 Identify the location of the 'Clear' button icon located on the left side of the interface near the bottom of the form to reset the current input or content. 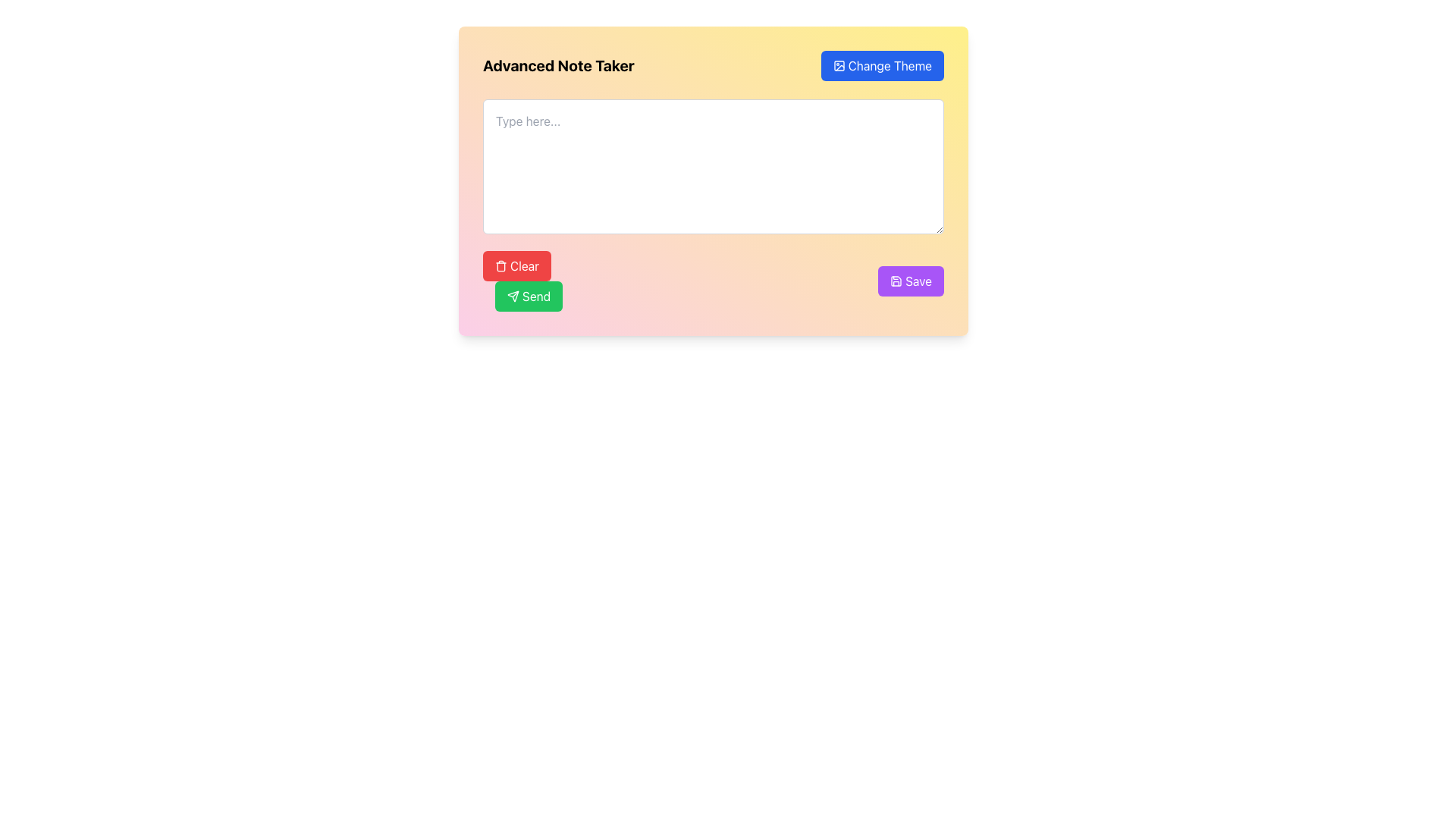
(501, 265).